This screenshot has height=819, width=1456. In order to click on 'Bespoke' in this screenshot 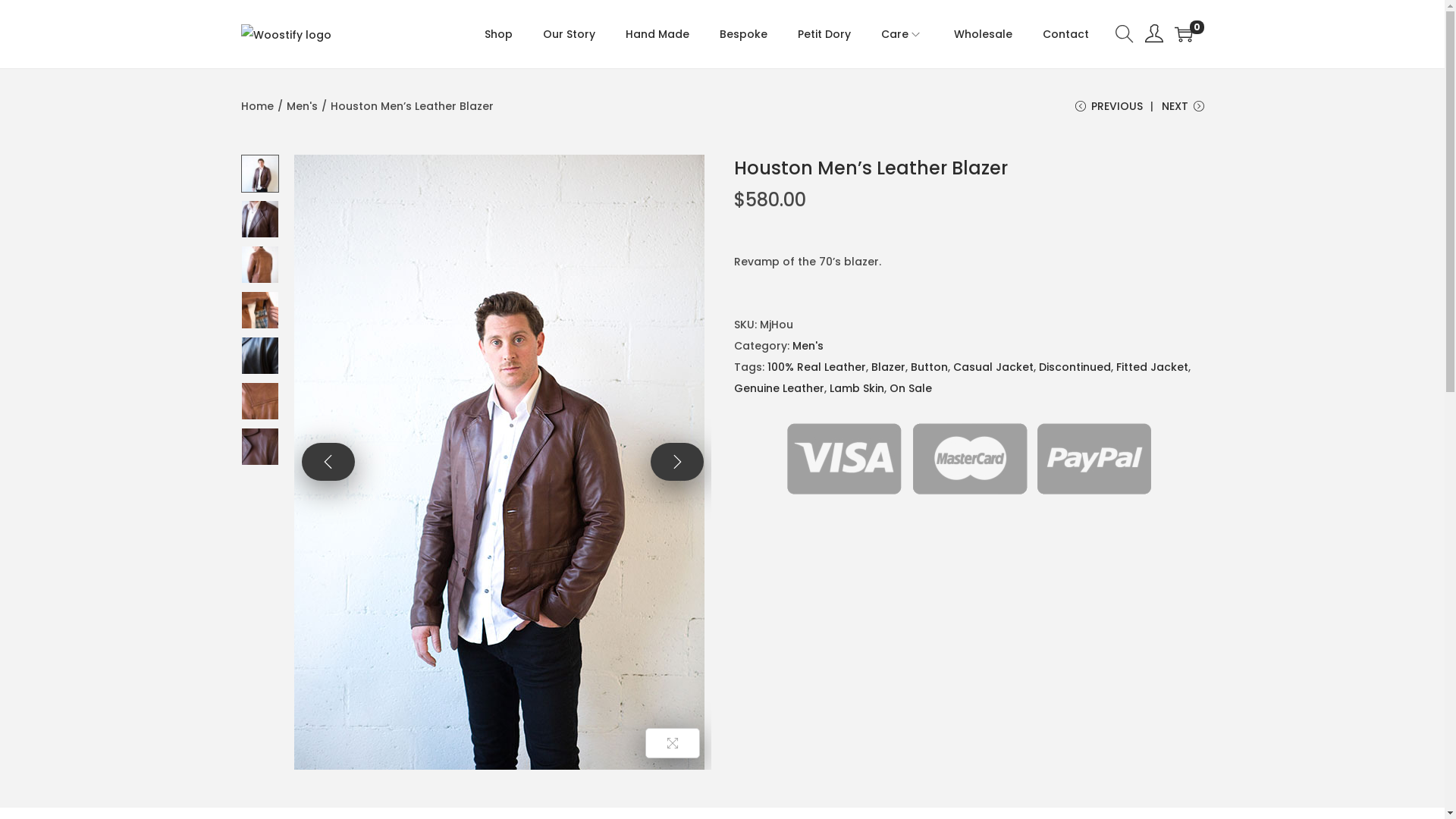, I will do `click(742, 34)`.